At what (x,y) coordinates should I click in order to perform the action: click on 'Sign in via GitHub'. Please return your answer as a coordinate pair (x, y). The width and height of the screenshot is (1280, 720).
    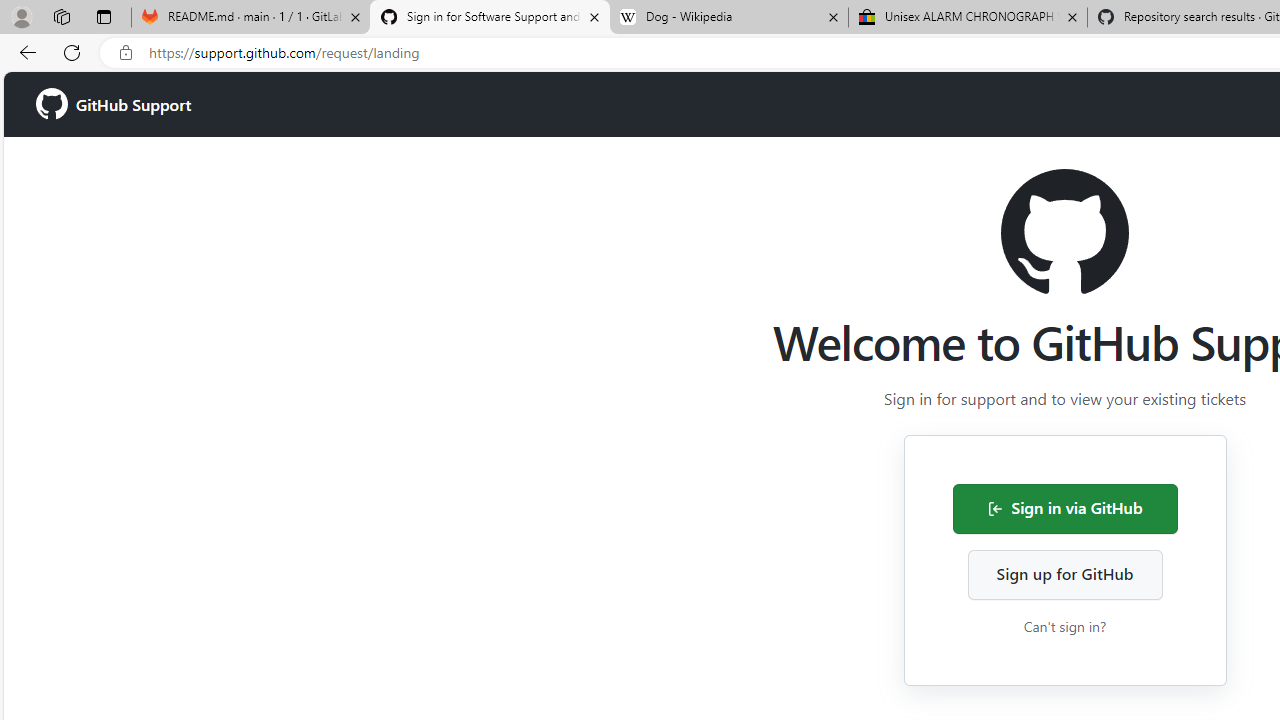
    Looking at the image, I should click on (1063, 507).